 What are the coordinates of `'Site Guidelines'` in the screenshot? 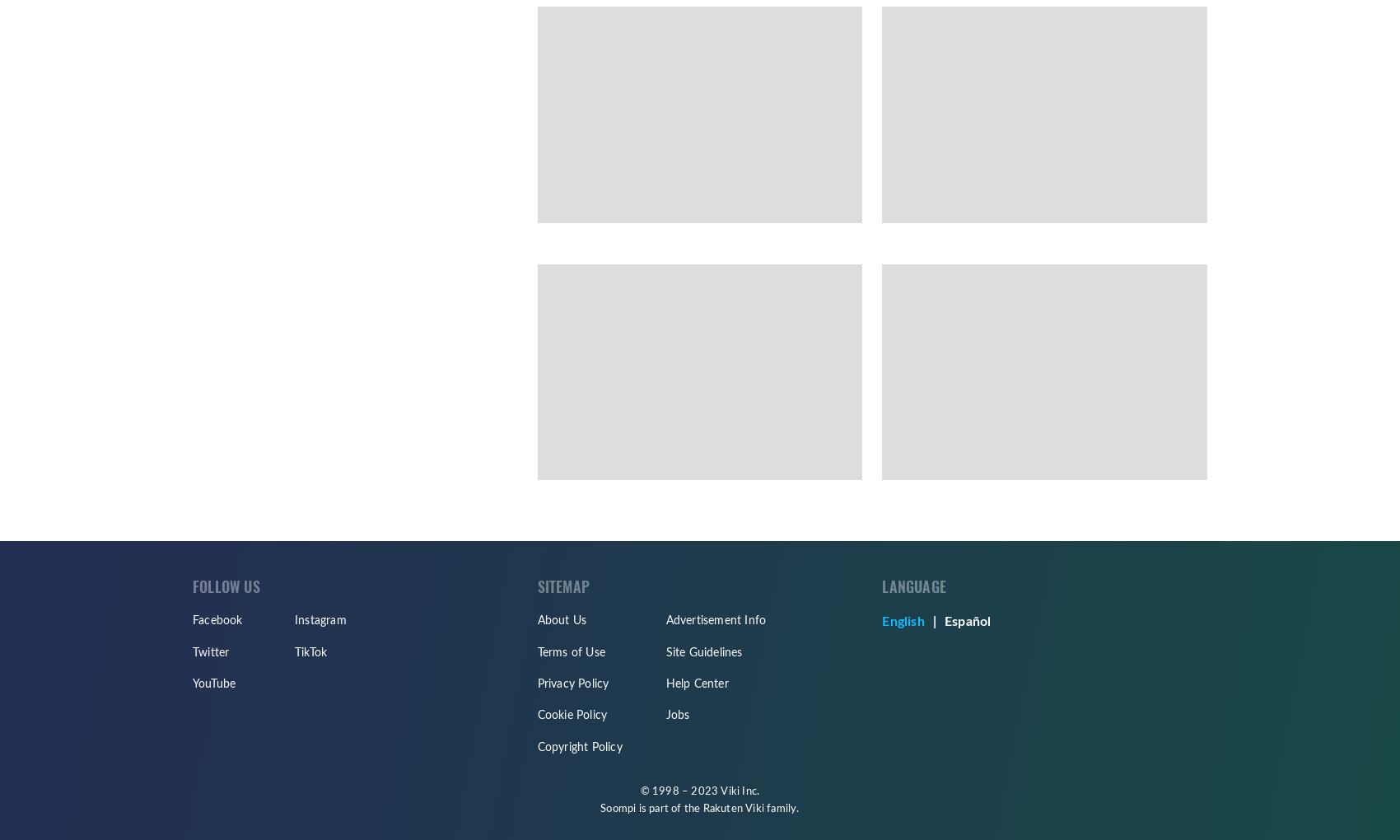 It's located at (703, 651).